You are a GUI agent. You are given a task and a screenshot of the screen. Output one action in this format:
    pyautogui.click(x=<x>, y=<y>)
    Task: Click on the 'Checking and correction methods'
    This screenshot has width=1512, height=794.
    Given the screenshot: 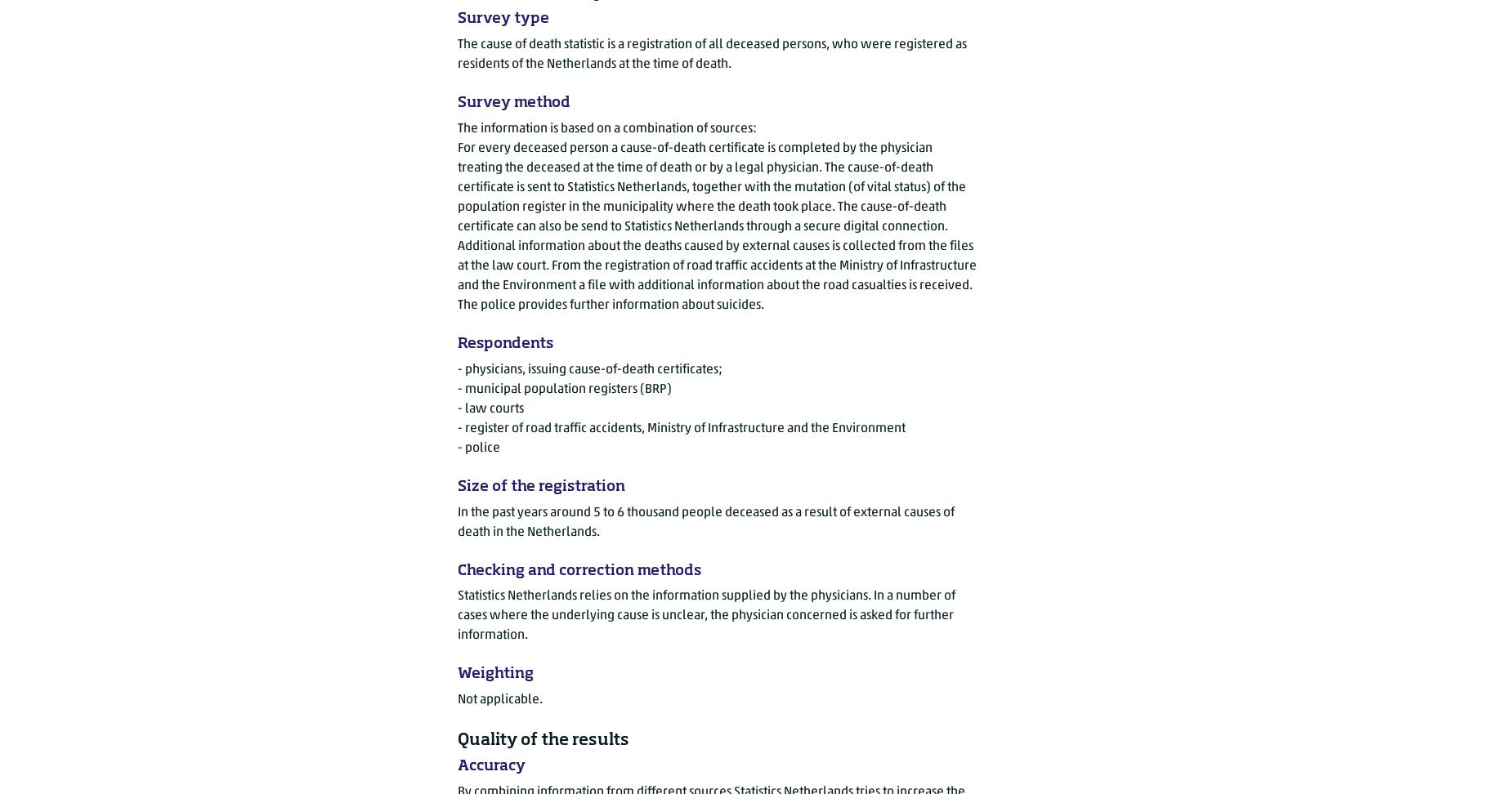 What is the action you would take?
    pyautogui.click(x=579, y=569)
    